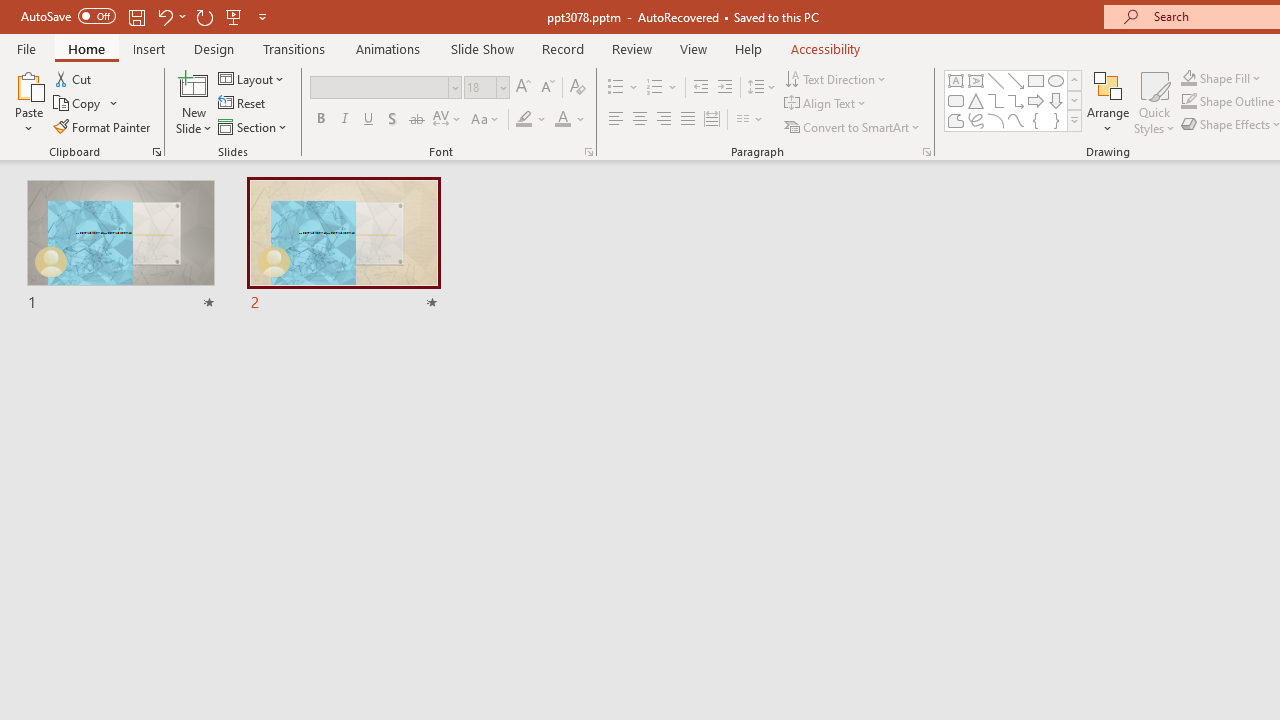  I want to click on 'Decrease Indent', so click(700, 86).